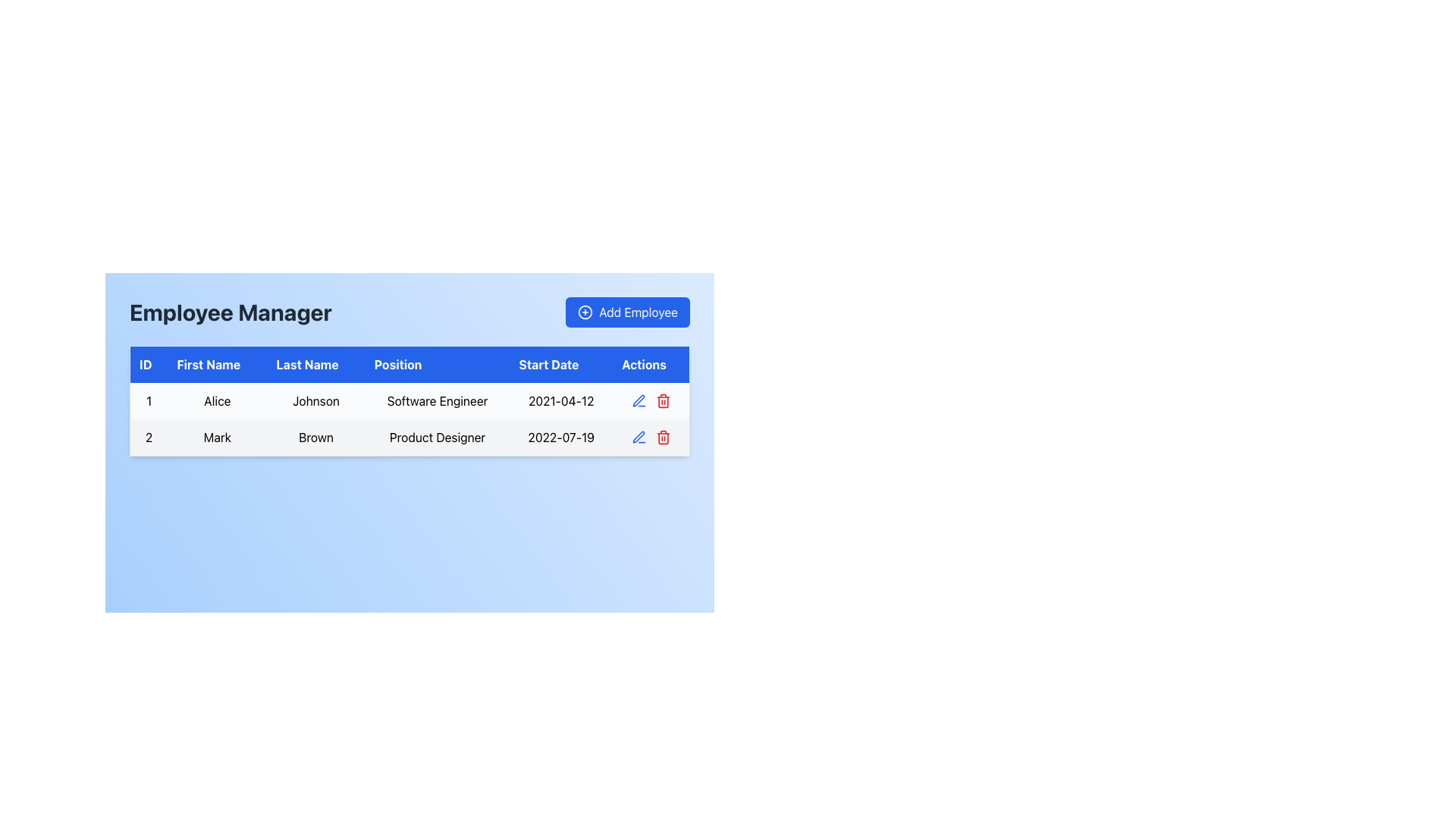 The height and width of the screenshot is (819, 1456). Describe the element at coordinates (639, 400) in the screenshot. I see `the blue-colored pen icon representing an edit action located in the 'Actions' column of the second row in the employee table` at that location.